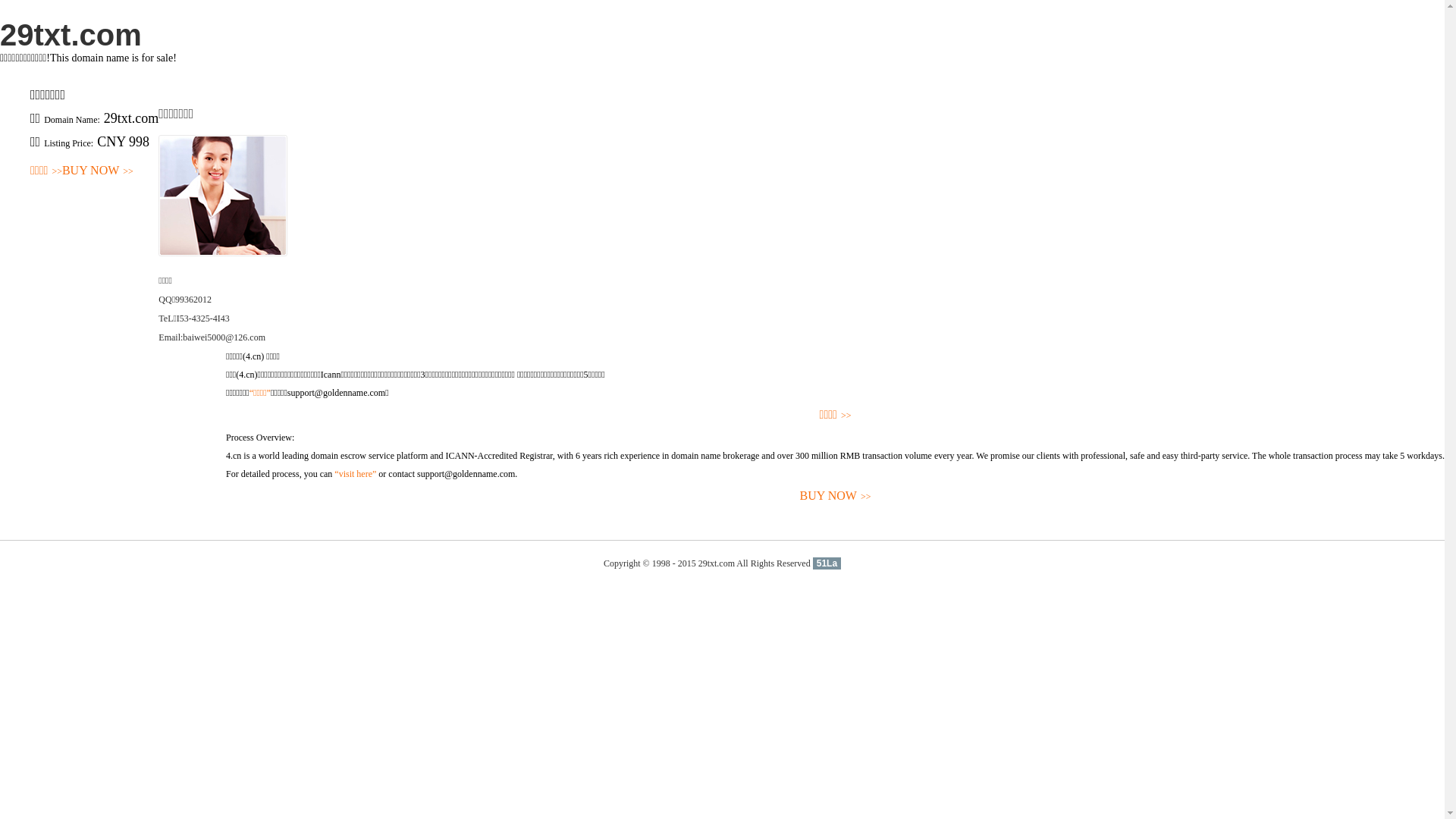  What do you see at coordinates (834, 496) in the screenshot?
I see `'BUY NOW>>'` at bounding box center [834, 496].